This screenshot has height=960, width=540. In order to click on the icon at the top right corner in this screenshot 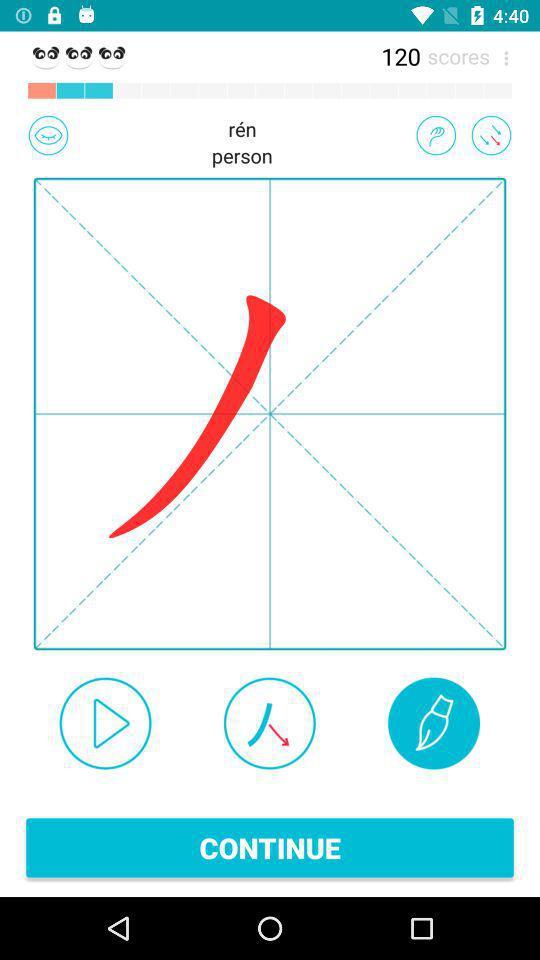, I will do `click(500, 55)`.